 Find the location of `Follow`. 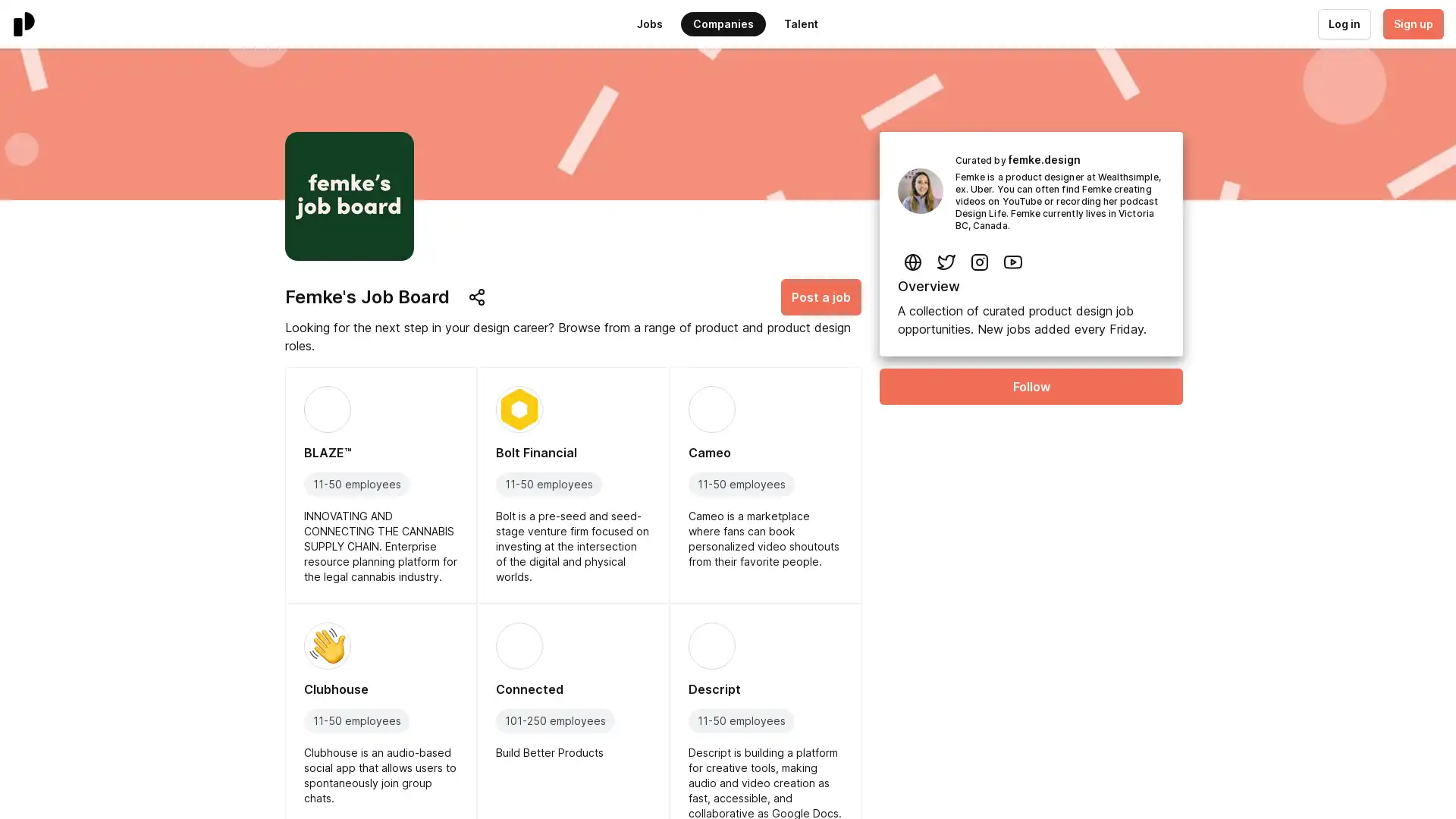

Follow is located at coordinates (1031, 385).